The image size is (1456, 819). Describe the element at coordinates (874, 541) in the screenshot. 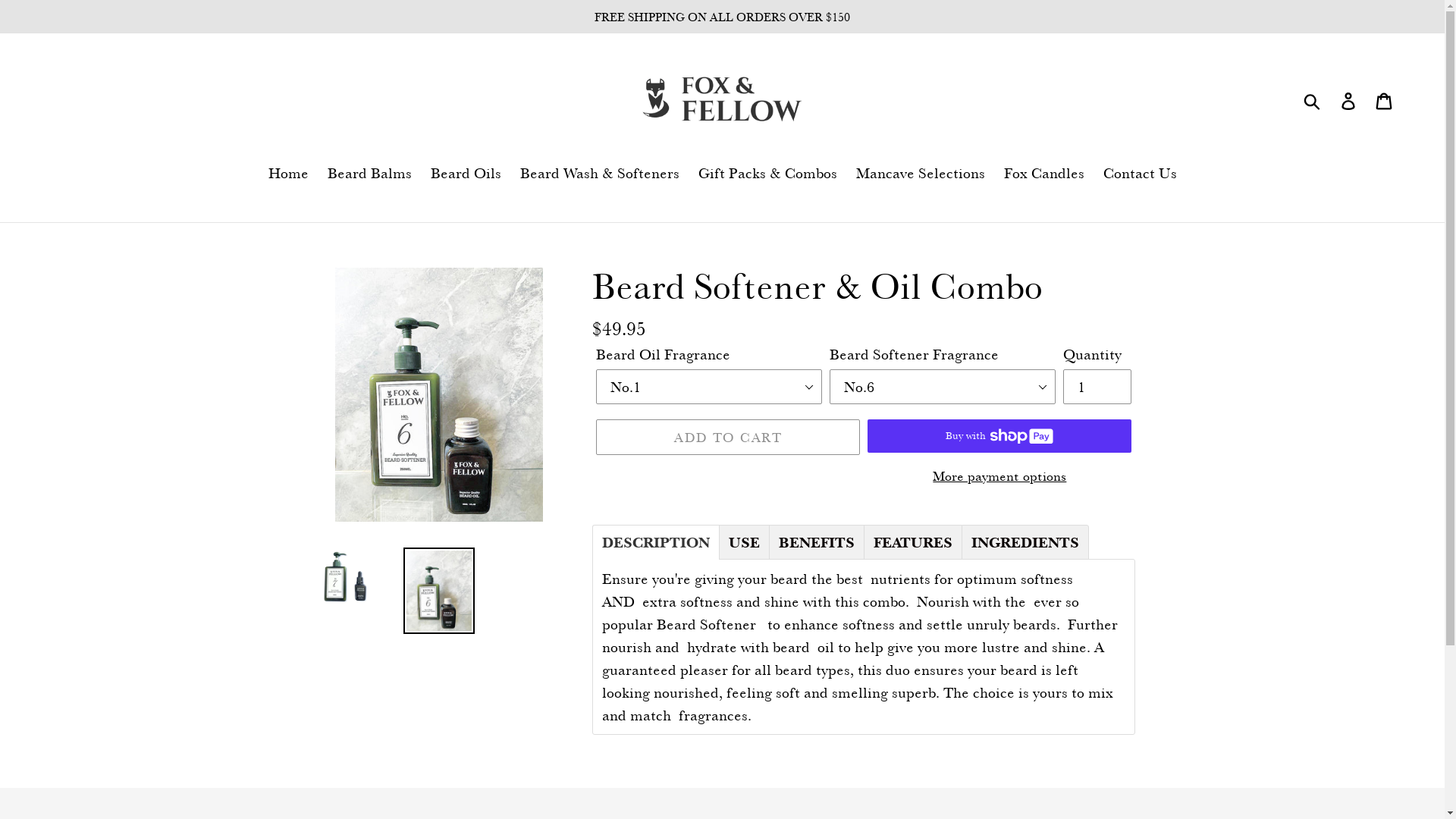

I see `'FEATURES'` at that location.